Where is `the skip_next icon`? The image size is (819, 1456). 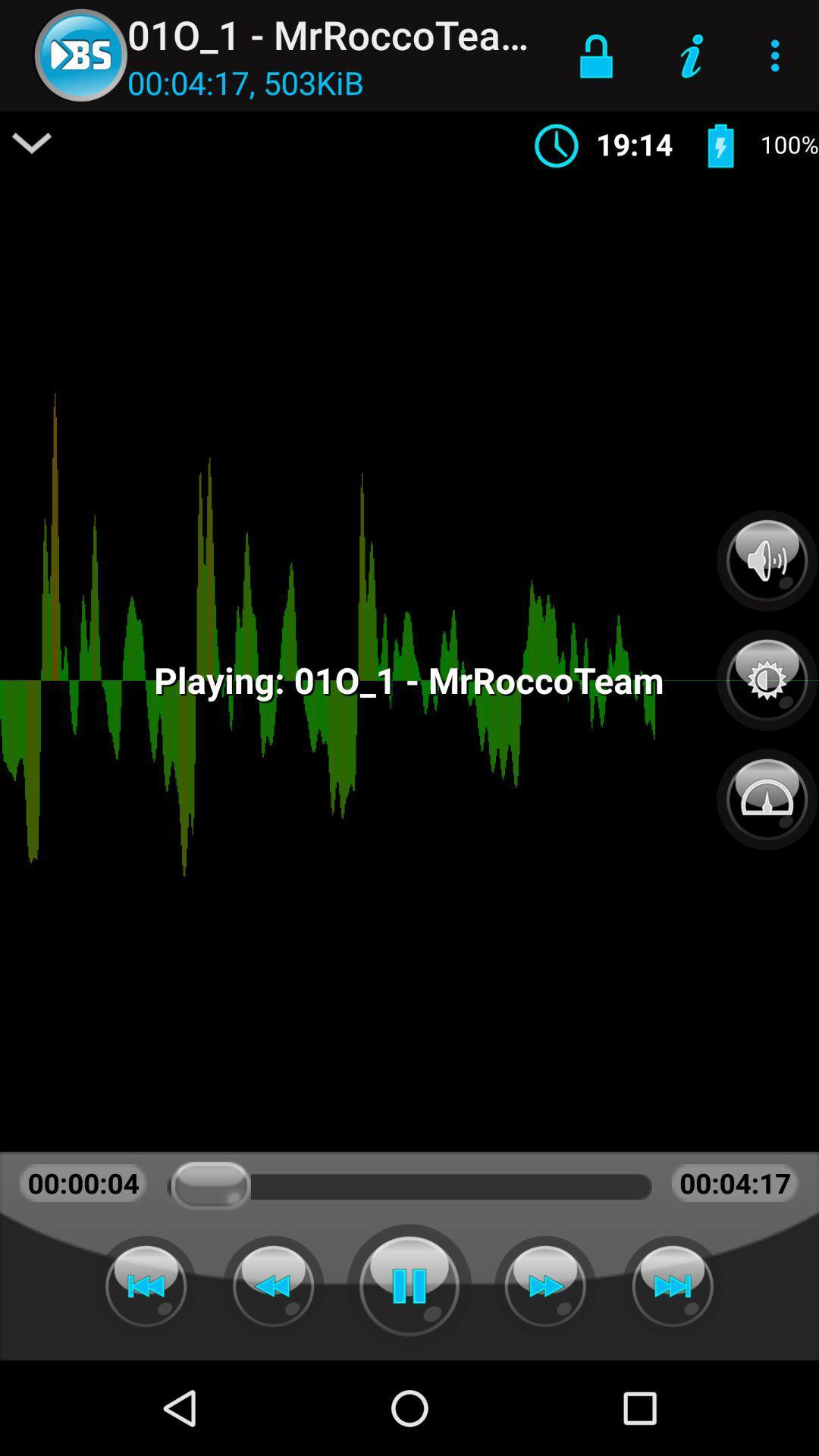 the skip_next icon is located at coordinates (672, 1285).